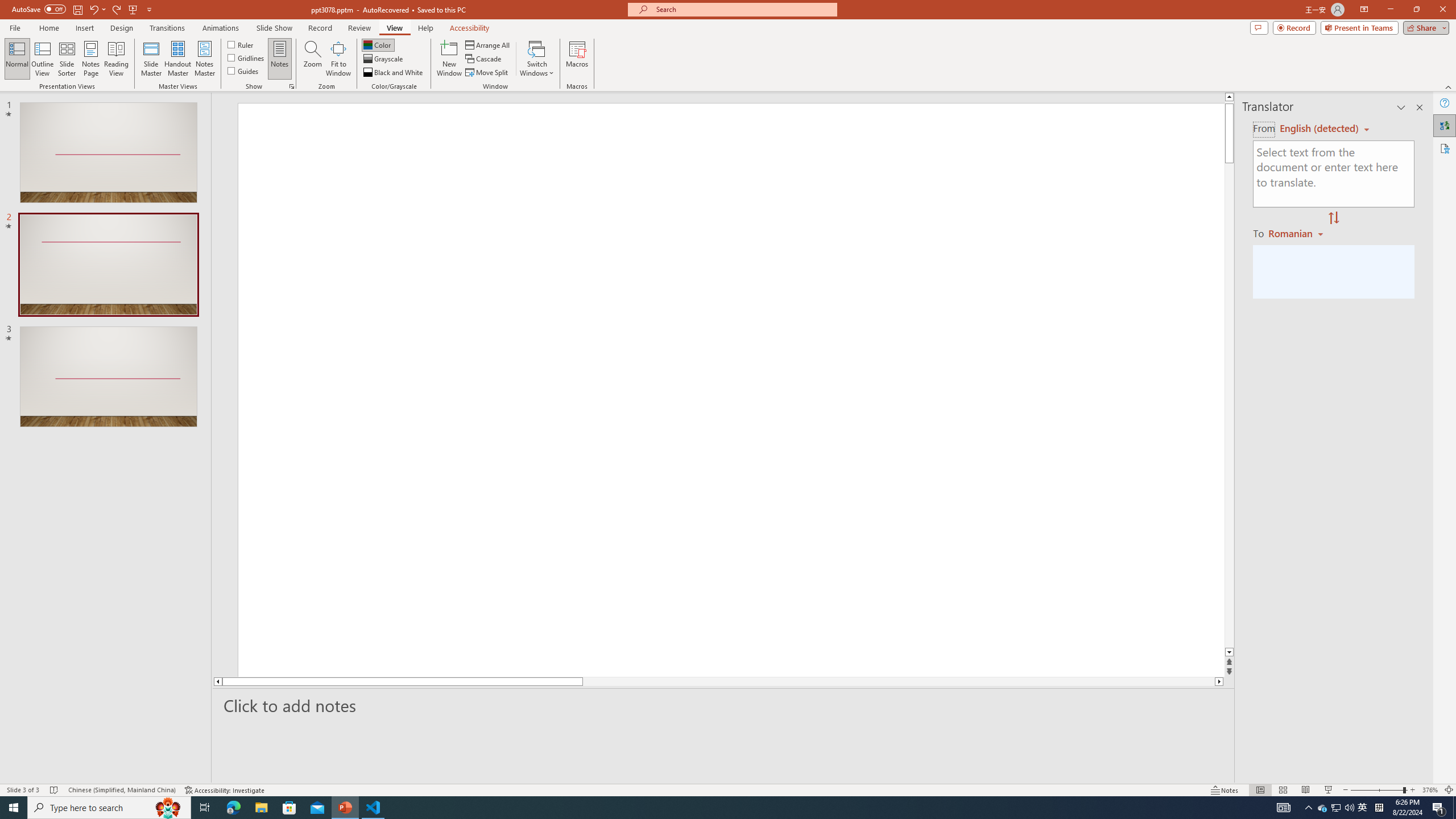 Image resolution: width=1456 pixels, height=819 pixels. What do you see at coordinates (394, 72) in the screenshot?
I see `'Black and White'` at bounding box center [394, 72].